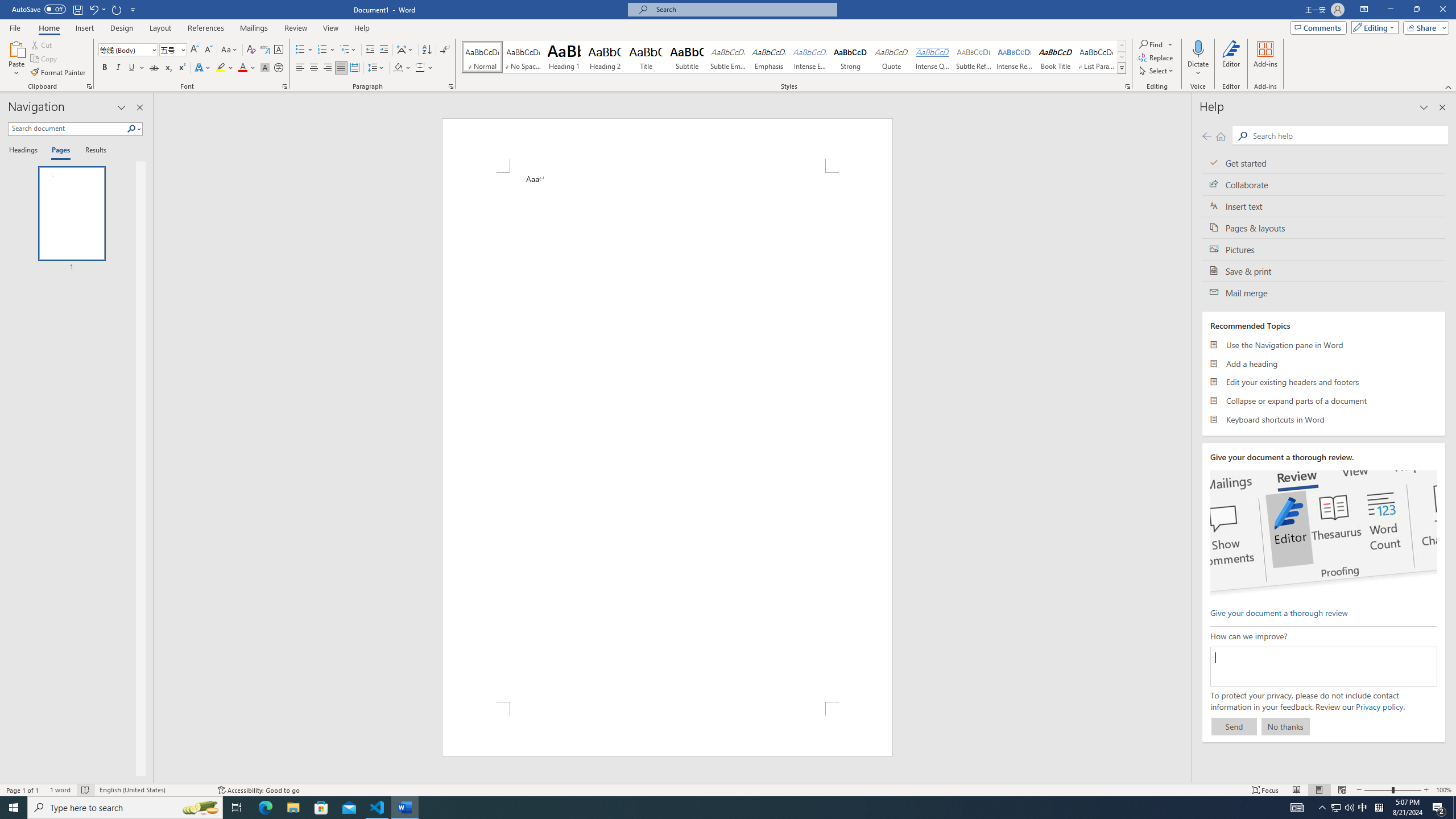 Image resolution: width=1456 pixels, height=819 pixels. I want to click on 'Paste', so click(16, 48).